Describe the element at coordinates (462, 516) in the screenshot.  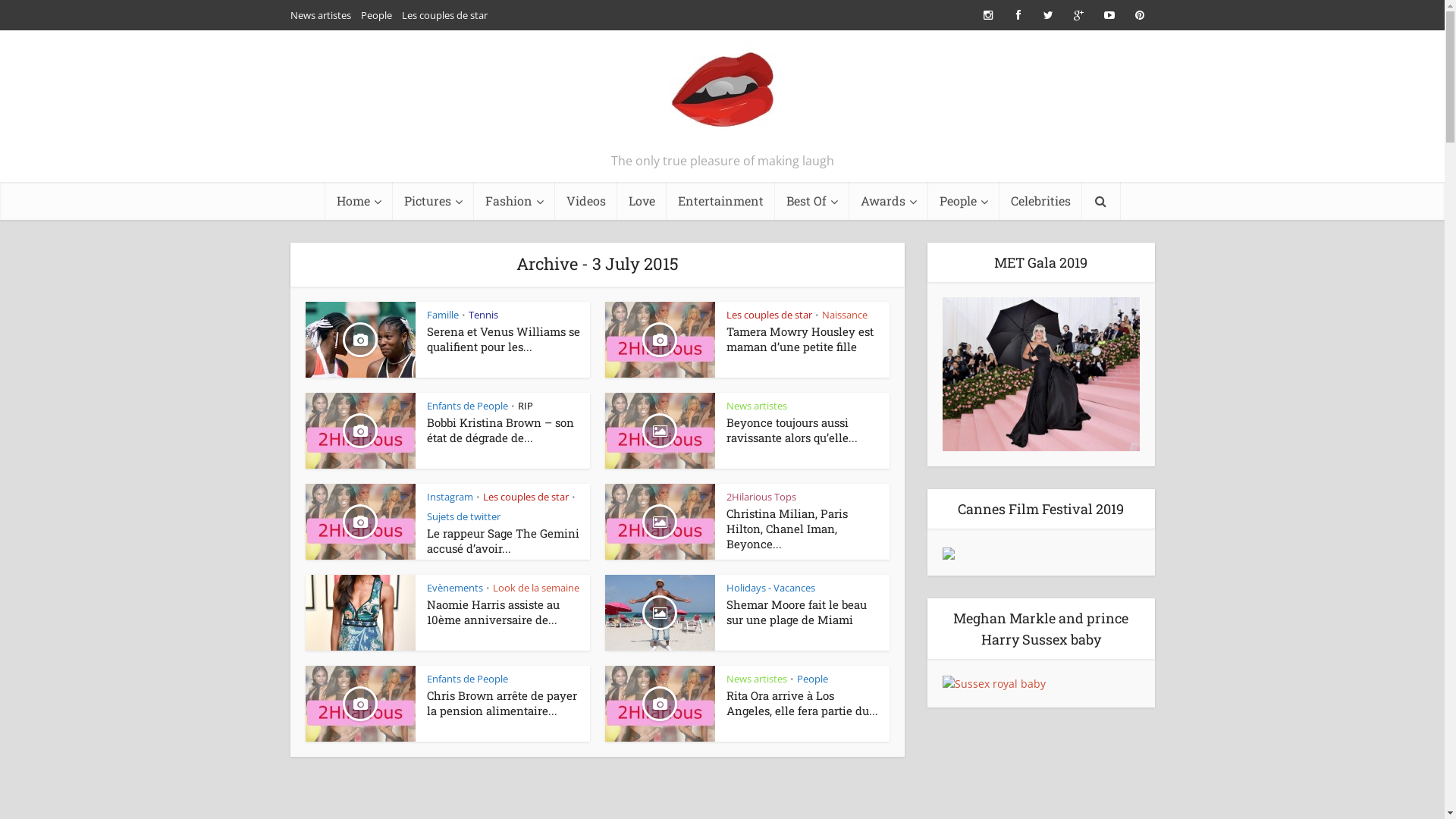
I see `'Sujets de twitter'` at that location.